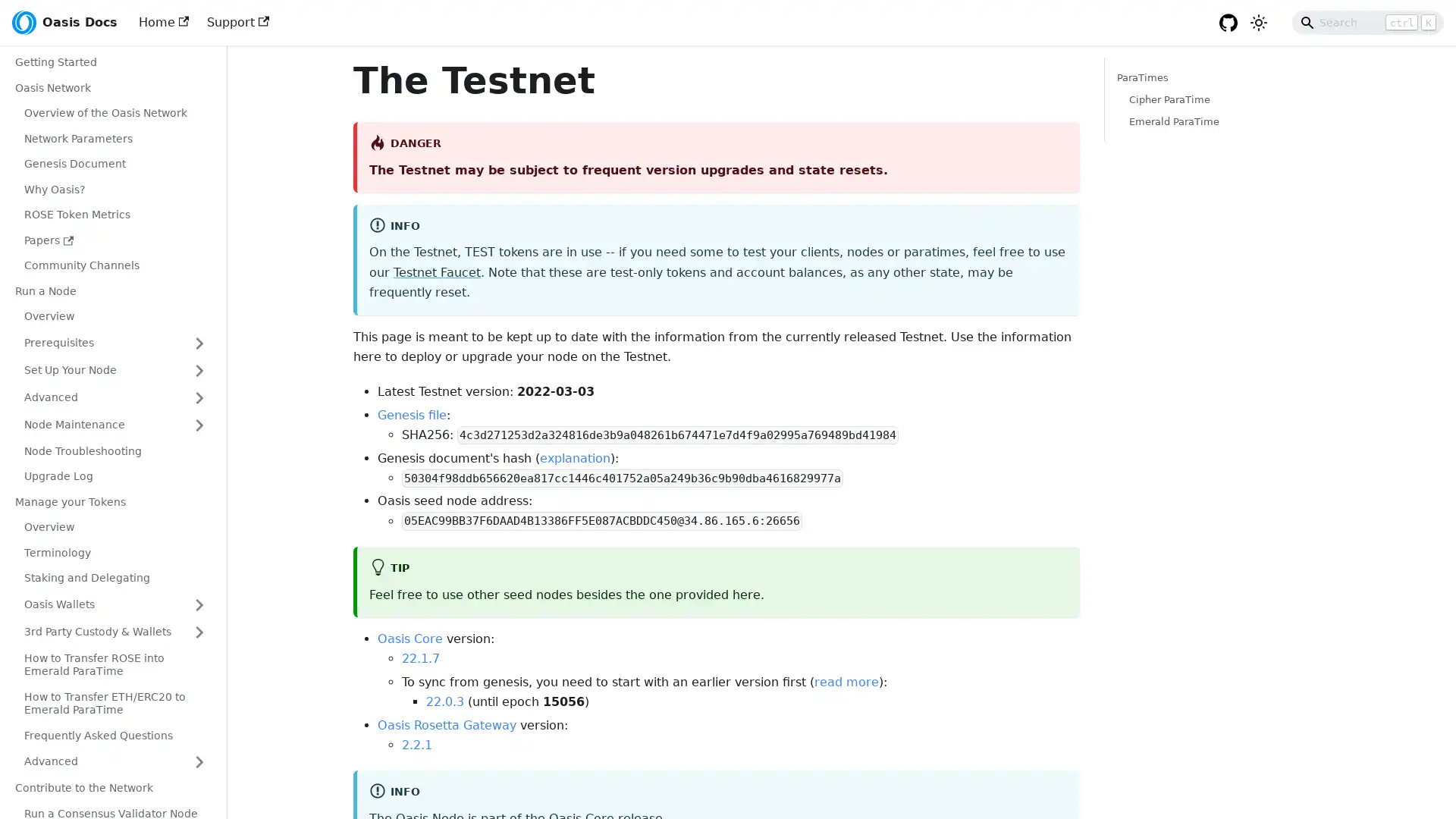 Image resolution: width=1456 pixels, height=819 pixels. What do you see at coordinates (199, 397) in the screenshot?
I see `Toggle the collapsible sidebar category 'Advanced'` at bounding box center [199, 397].